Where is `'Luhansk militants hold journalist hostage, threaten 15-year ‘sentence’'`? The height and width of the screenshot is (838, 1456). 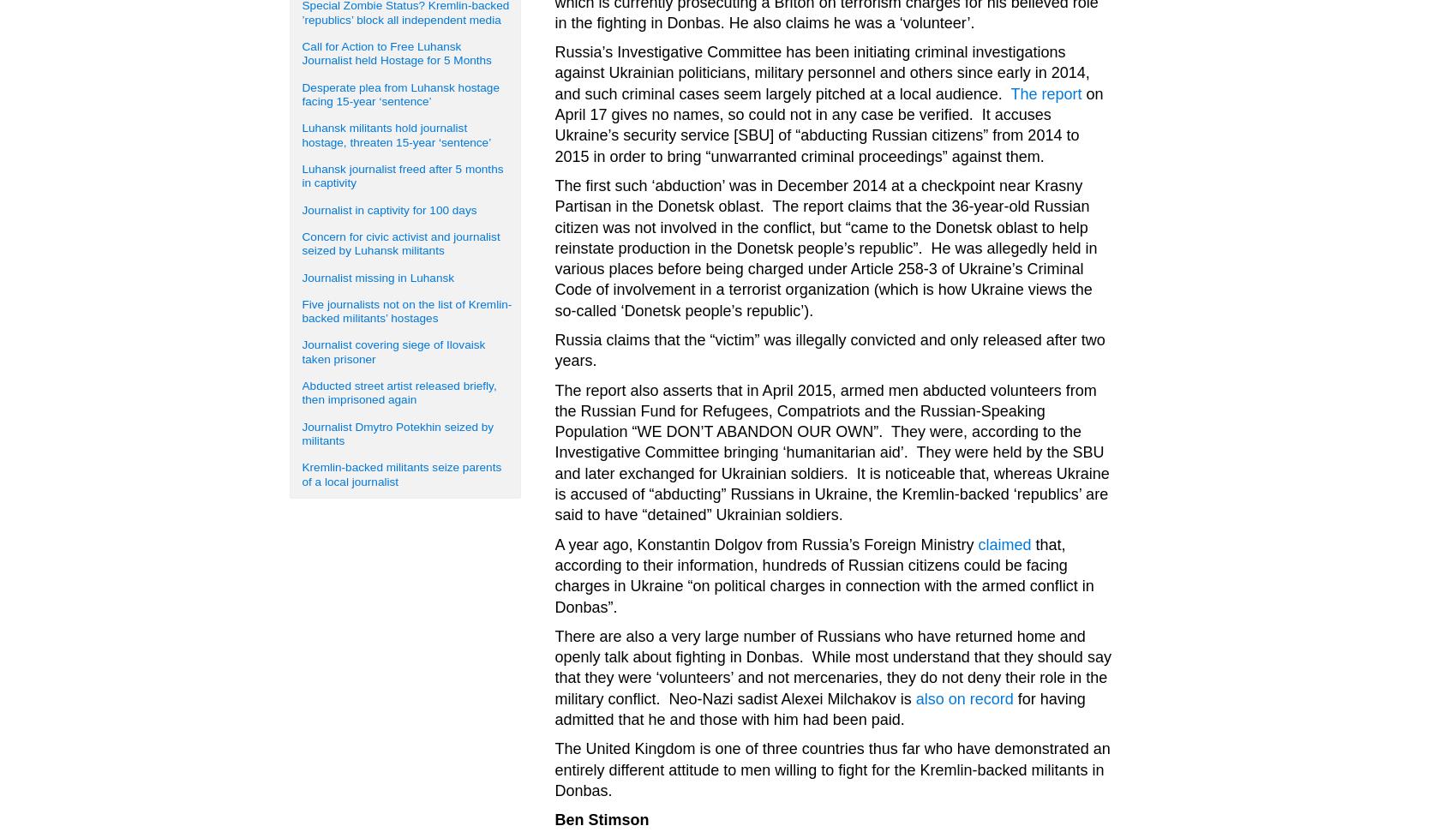 'Luhansk militants hold journalist hostage, threaten 15-year ‘sentence’' is located at coordinates (396, 135).